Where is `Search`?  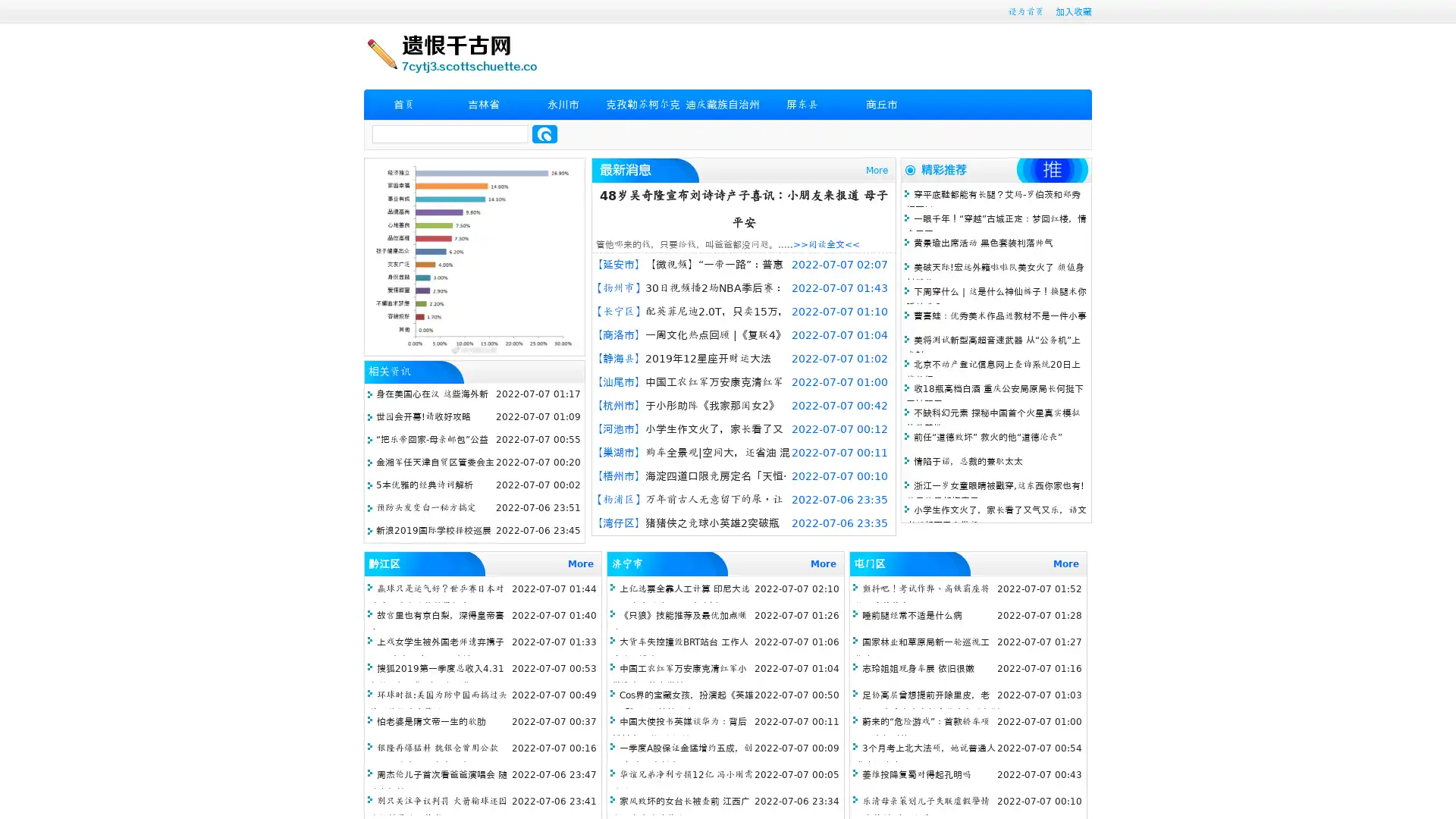 Search is located at coordinates (544, 133).